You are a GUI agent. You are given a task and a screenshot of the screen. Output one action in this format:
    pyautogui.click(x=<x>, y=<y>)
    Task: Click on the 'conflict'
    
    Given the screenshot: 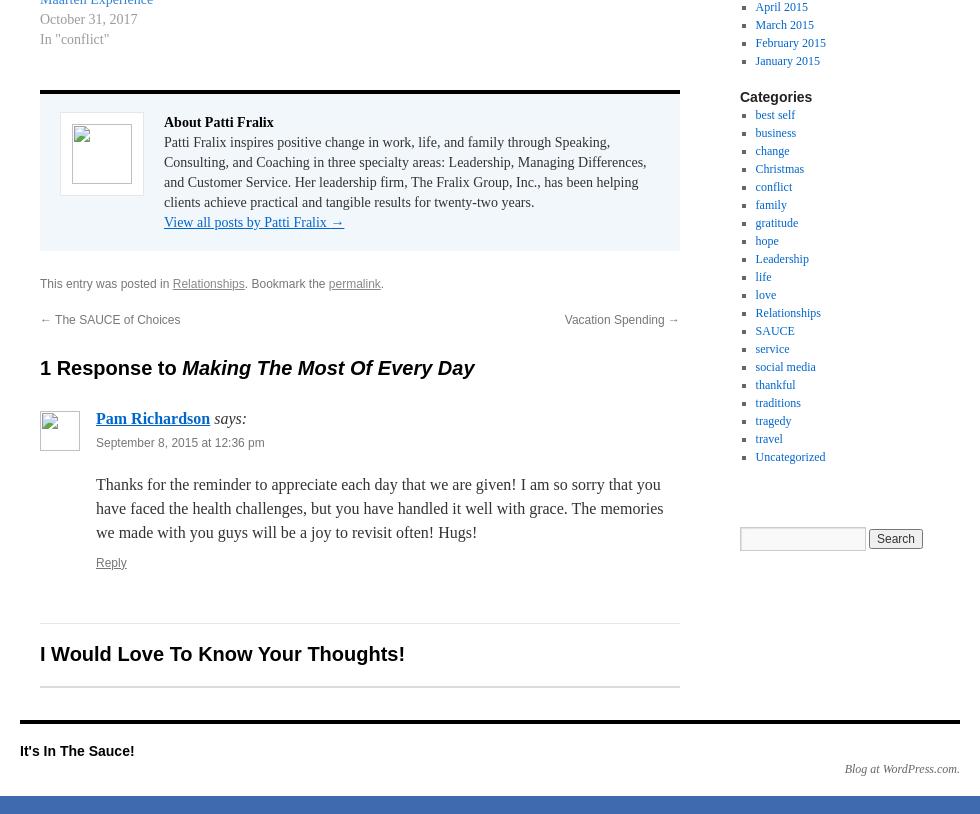 What is the action you would take?
    pyautogui.click(x=773, y=185)
    